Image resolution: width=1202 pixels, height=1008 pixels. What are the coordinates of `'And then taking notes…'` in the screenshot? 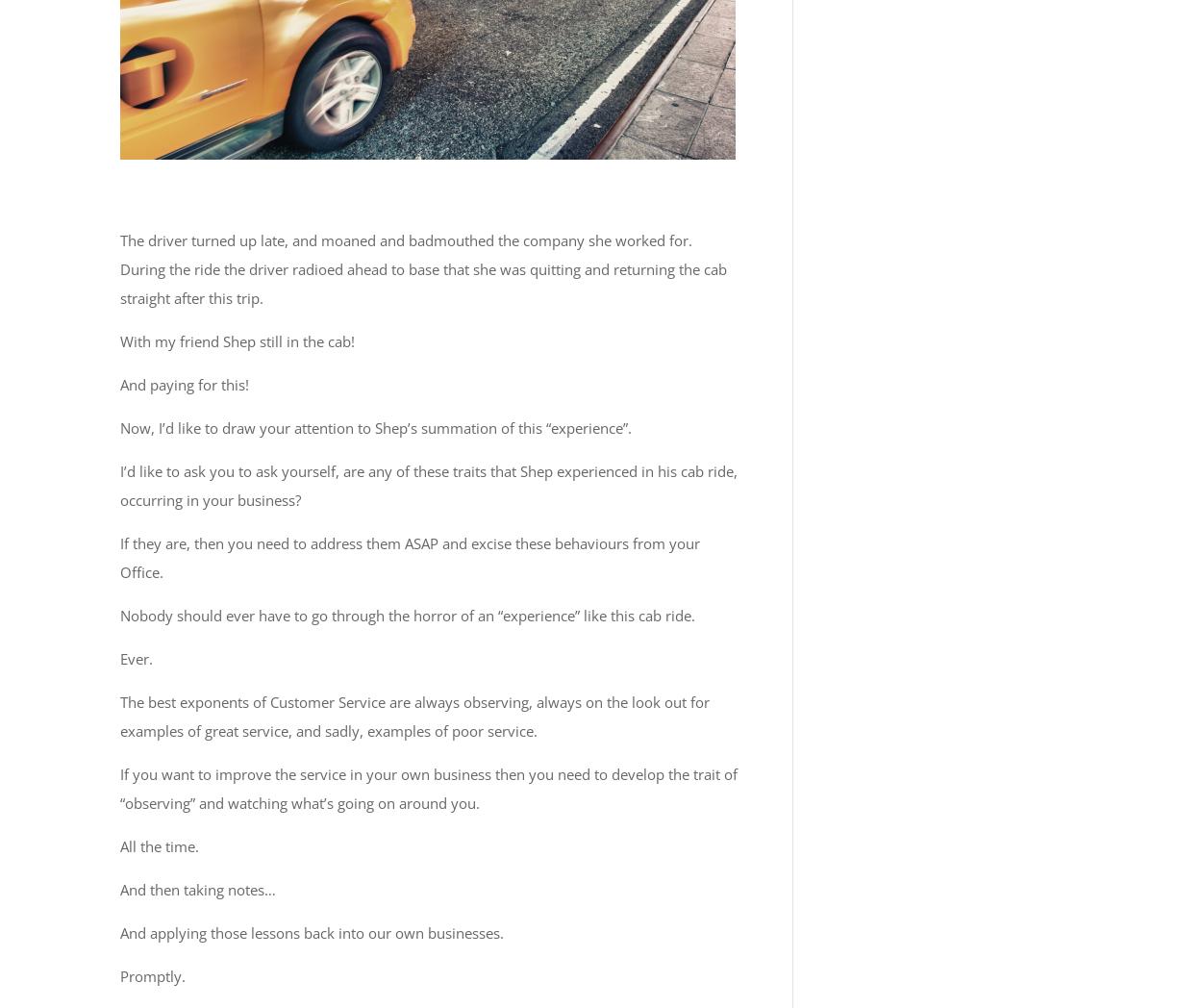 It's located at (197, 889).